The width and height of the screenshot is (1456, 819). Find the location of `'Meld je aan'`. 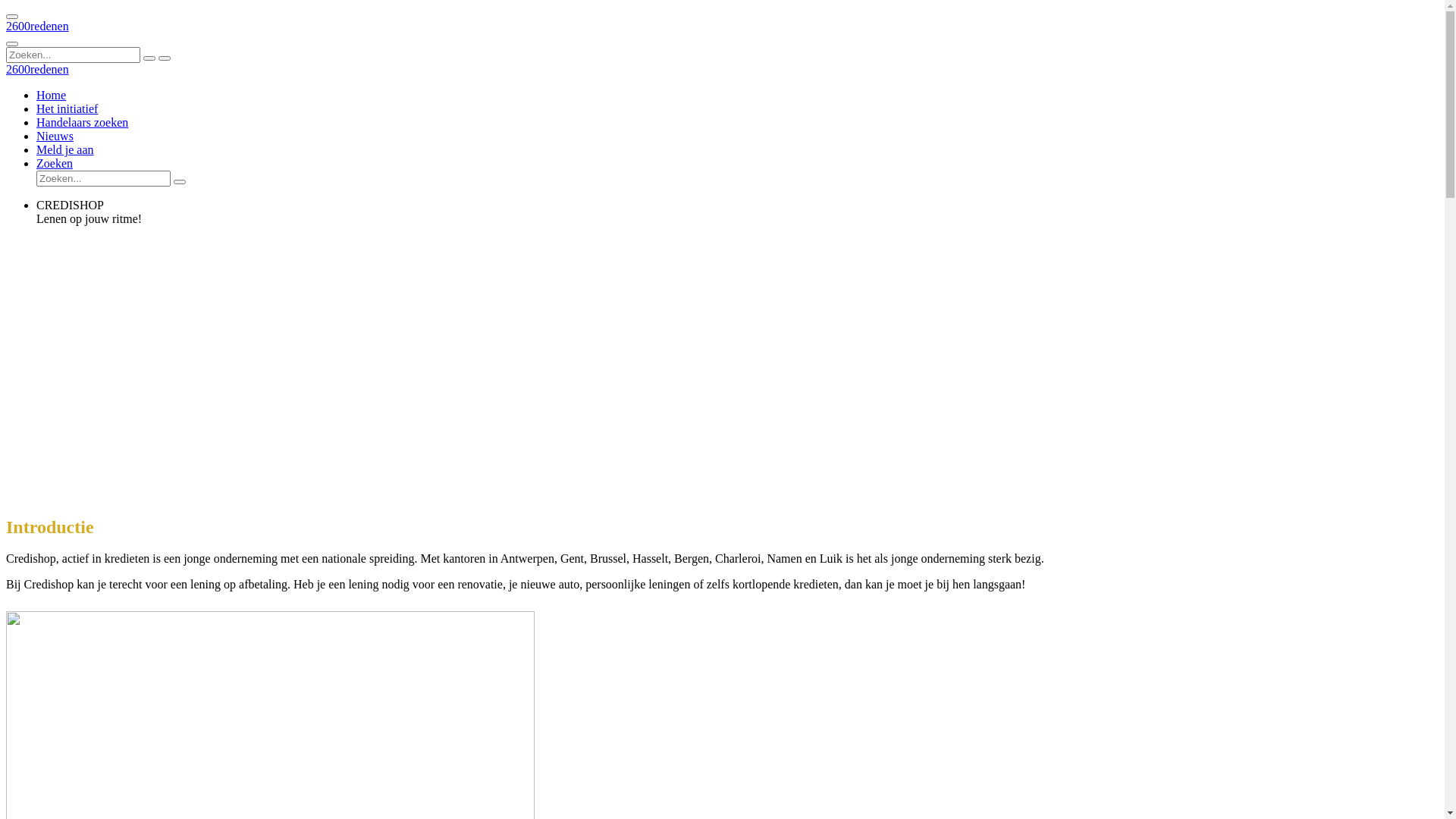

'Meld je aan' is located at coordinates (64, 149).